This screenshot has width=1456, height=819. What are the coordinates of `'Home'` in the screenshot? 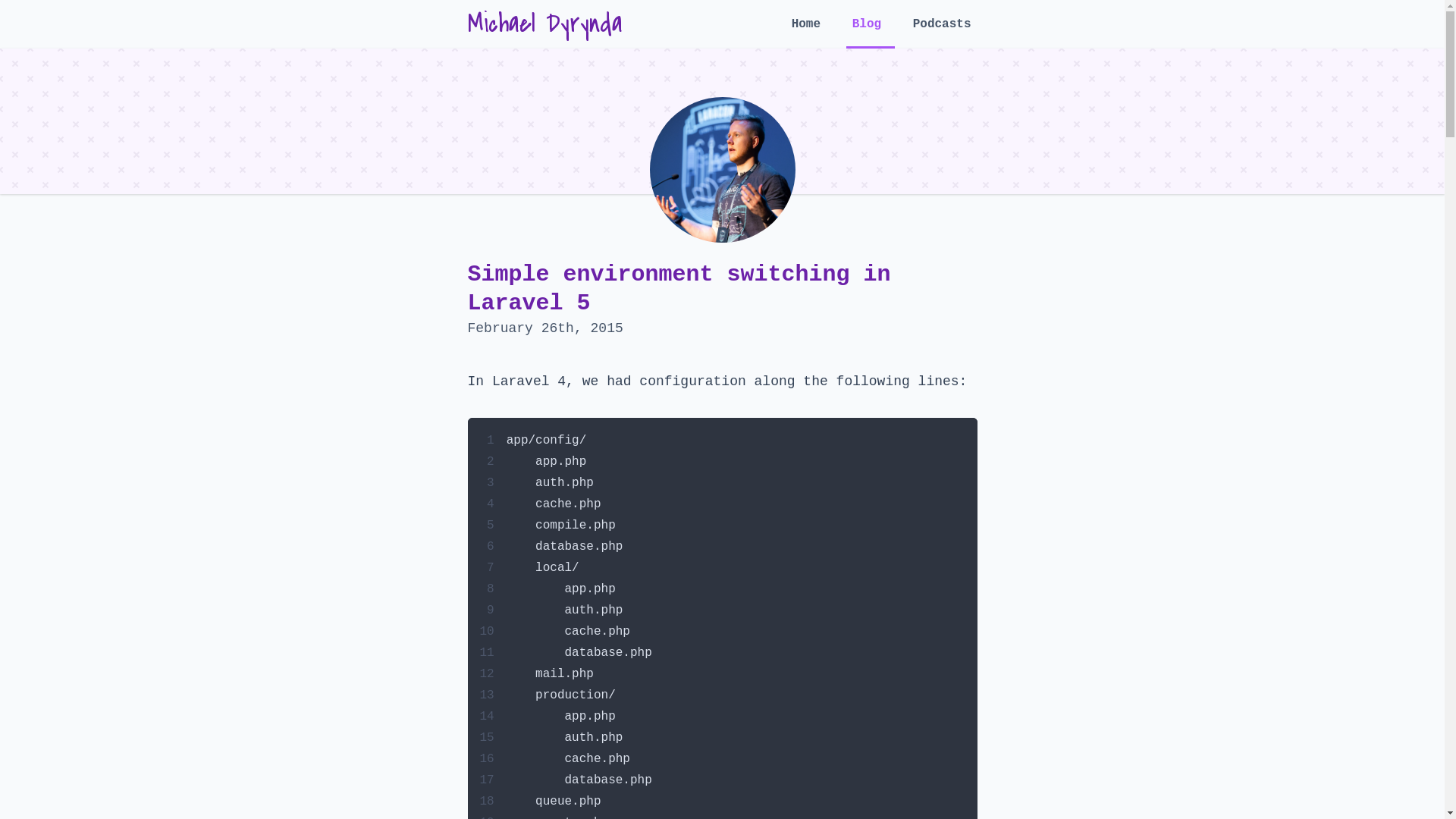 It's located at (808, 32).